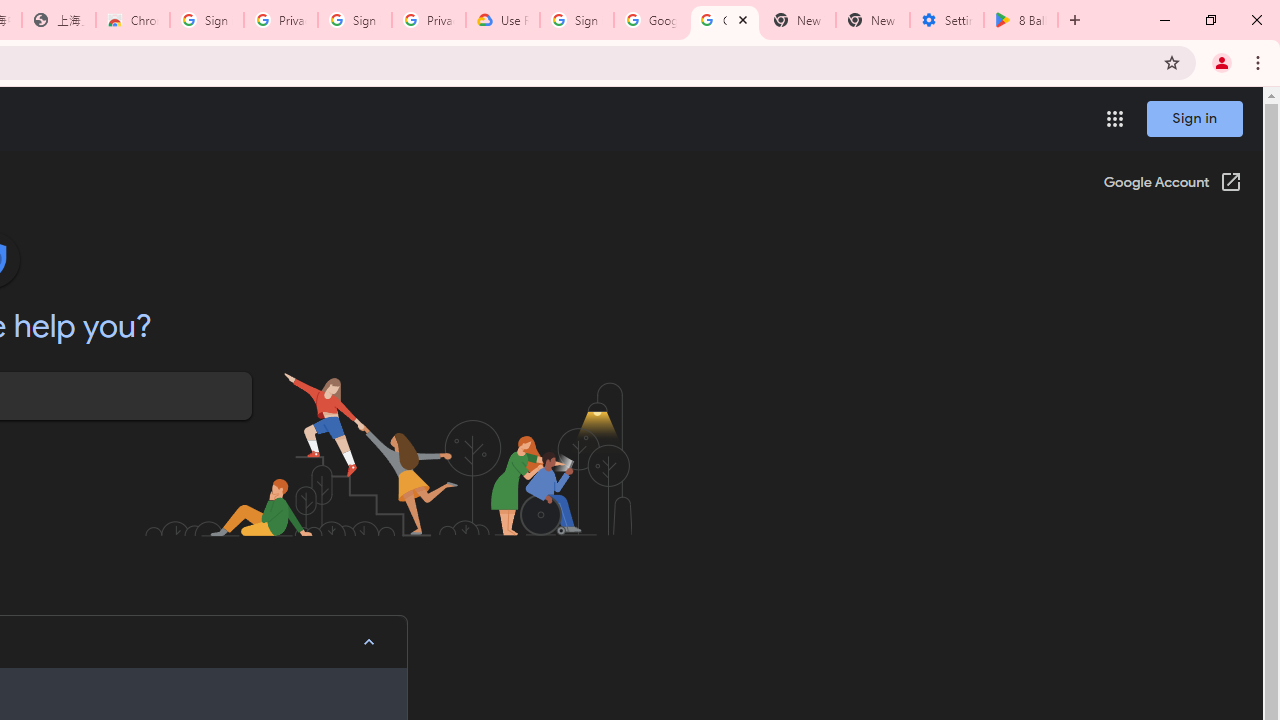  What do you see at coordinates (1021, 20) in the screenshot?
I see `'8 Ball Pool - Apps on Google Play'` at bounding box center [1021, 20].